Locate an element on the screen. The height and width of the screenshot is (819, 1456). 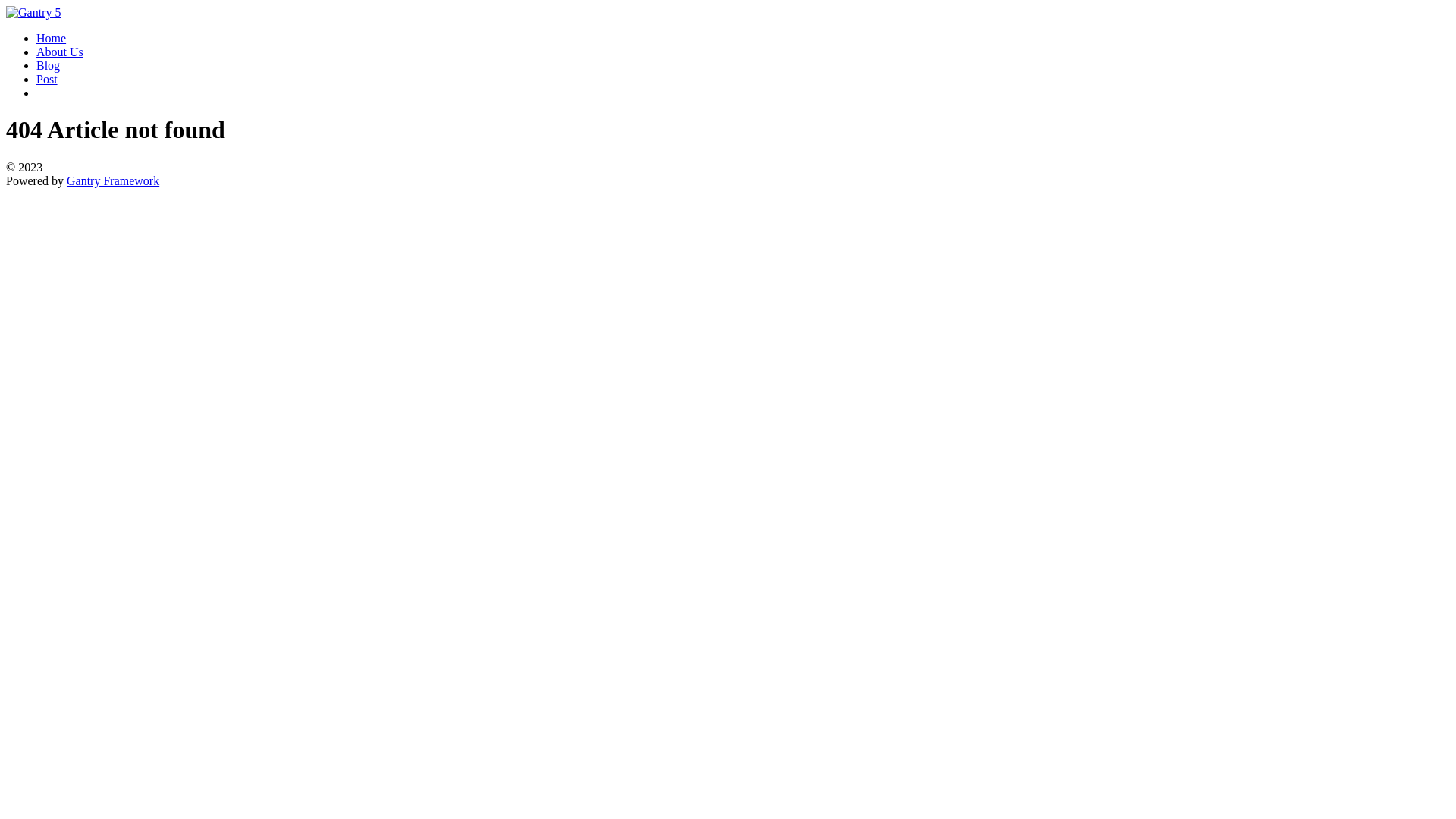
'Gantry 5' is located at coordinates (33, 12).